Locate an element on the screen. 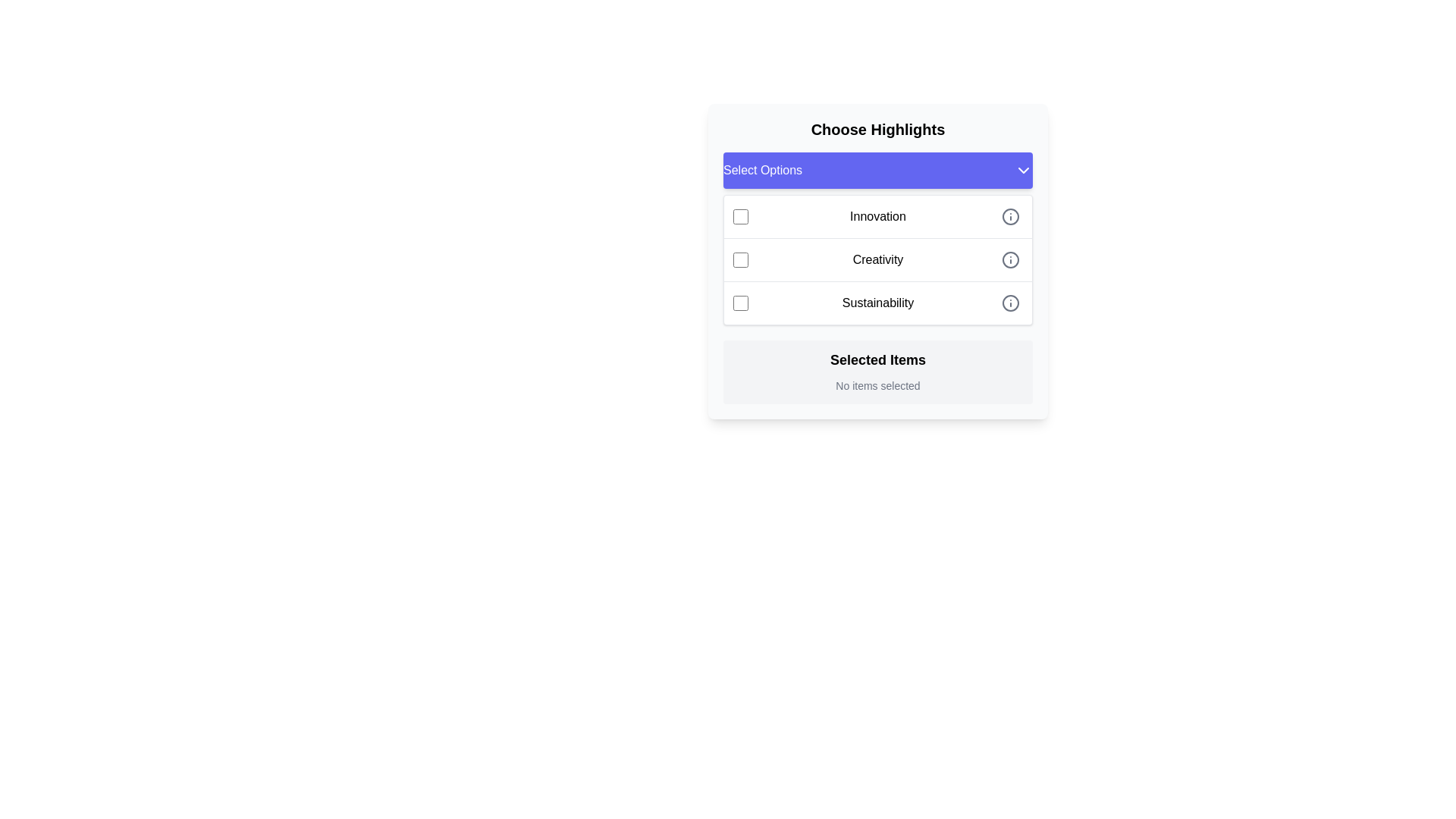 The height and width of the screenshot is (819, 1456). the small circular button with a gray border and an information icon, located to the far-right of the 'Creativity' row is located at coordinates (1011, 259).